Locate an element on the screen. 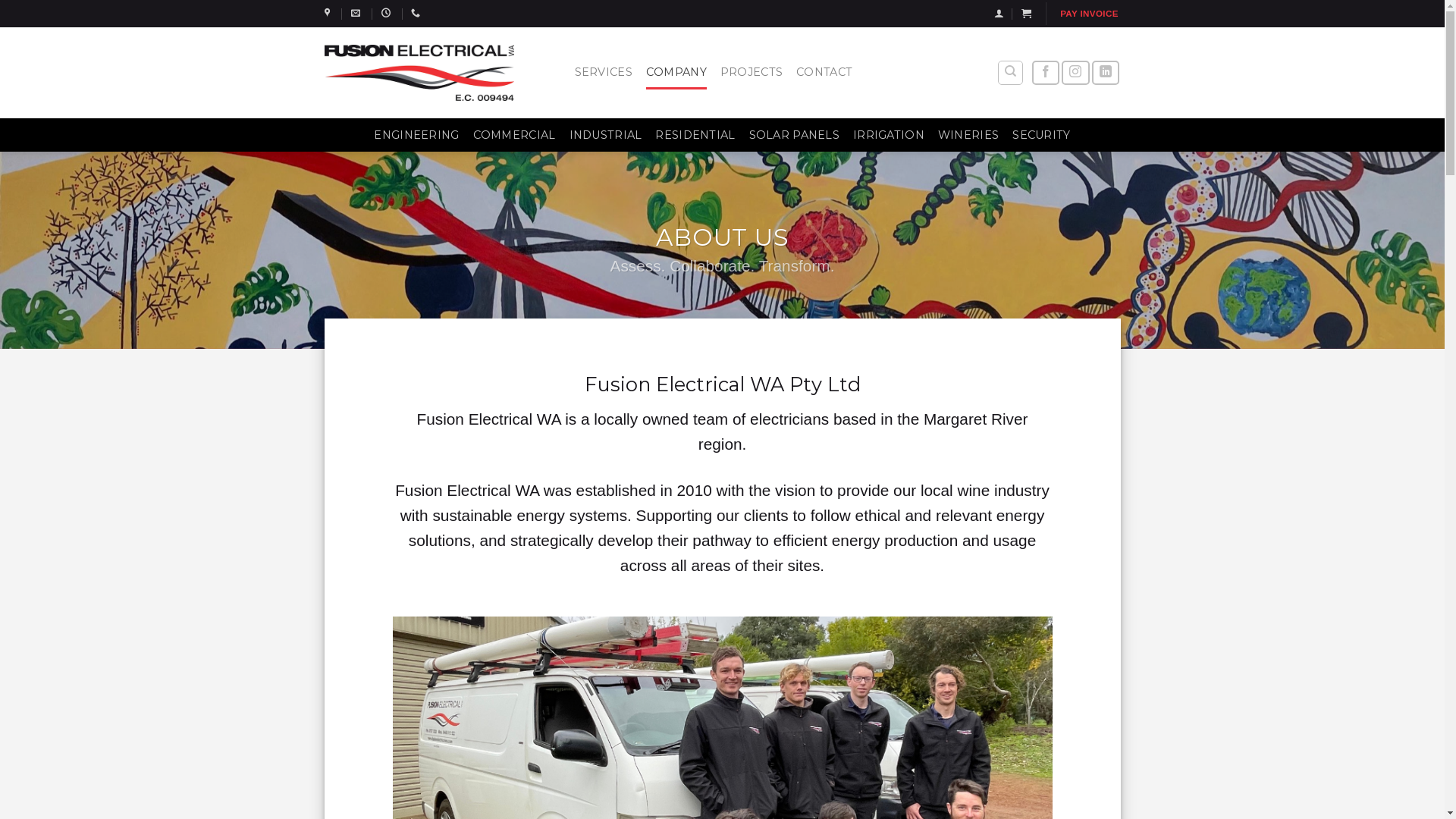 The width and height of the screenshot is (1456, 819). 'RESIDENTIAL' is located at coordinates (694, 133).